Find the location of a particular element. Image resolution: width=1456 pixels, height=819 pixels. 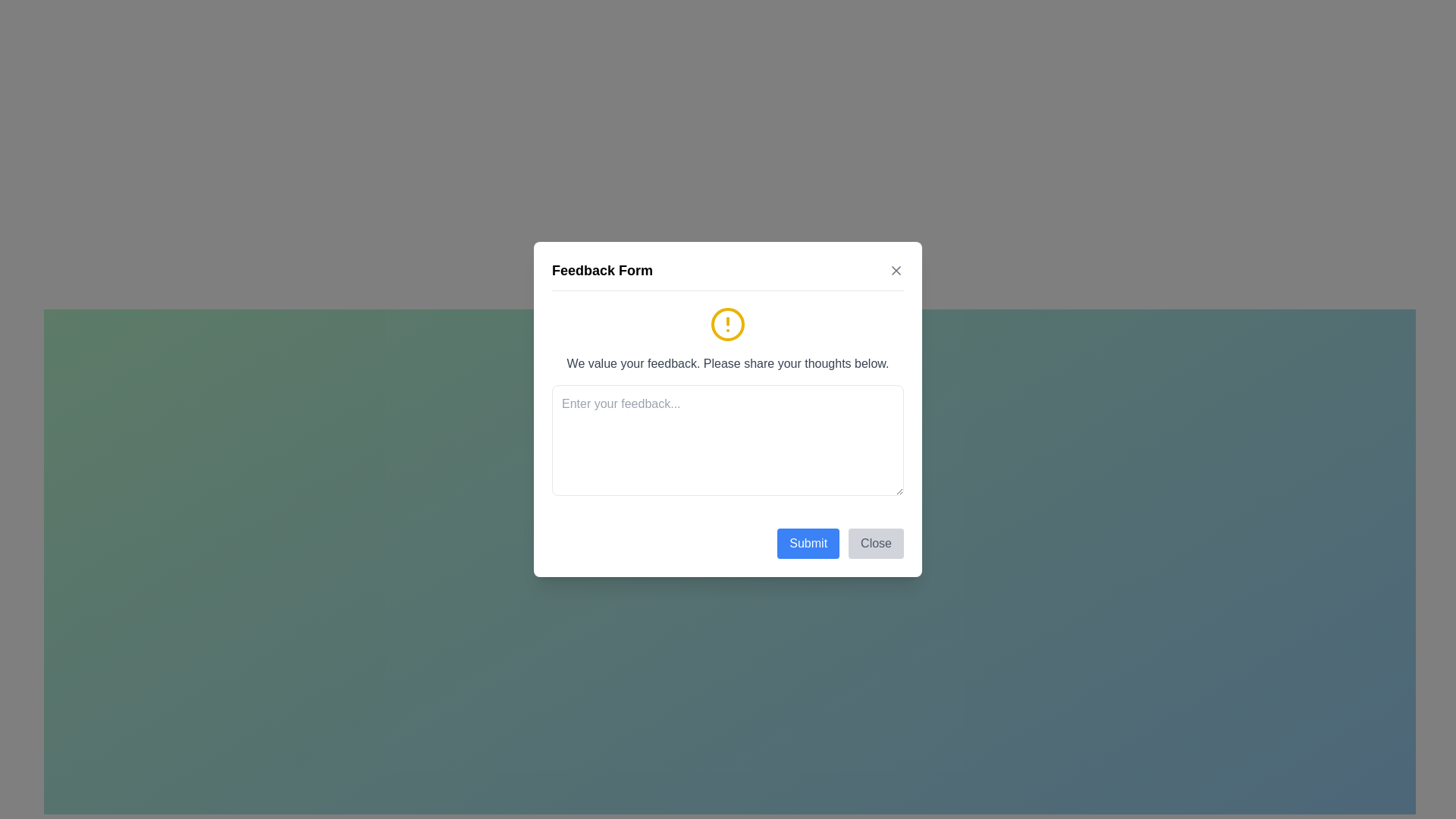

the 'Feedback Form' text label, which is the title of the form located at the top-left corner of the modal dialog box is located at coordinates (601, 270).